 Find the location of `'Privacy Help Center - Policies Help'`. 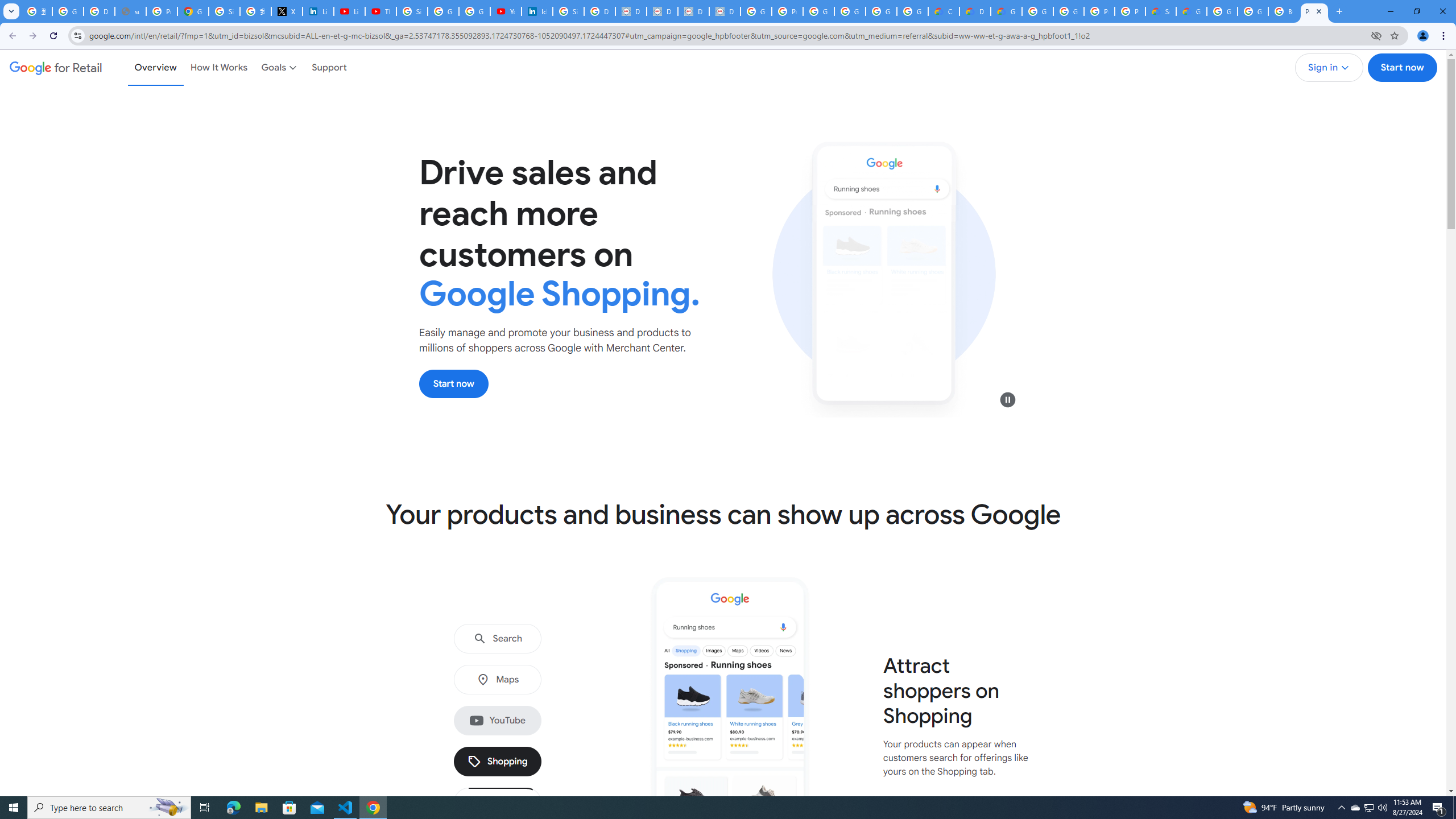

'Privacy Help Center - Policies Help' is located at coordinates (162, 11).